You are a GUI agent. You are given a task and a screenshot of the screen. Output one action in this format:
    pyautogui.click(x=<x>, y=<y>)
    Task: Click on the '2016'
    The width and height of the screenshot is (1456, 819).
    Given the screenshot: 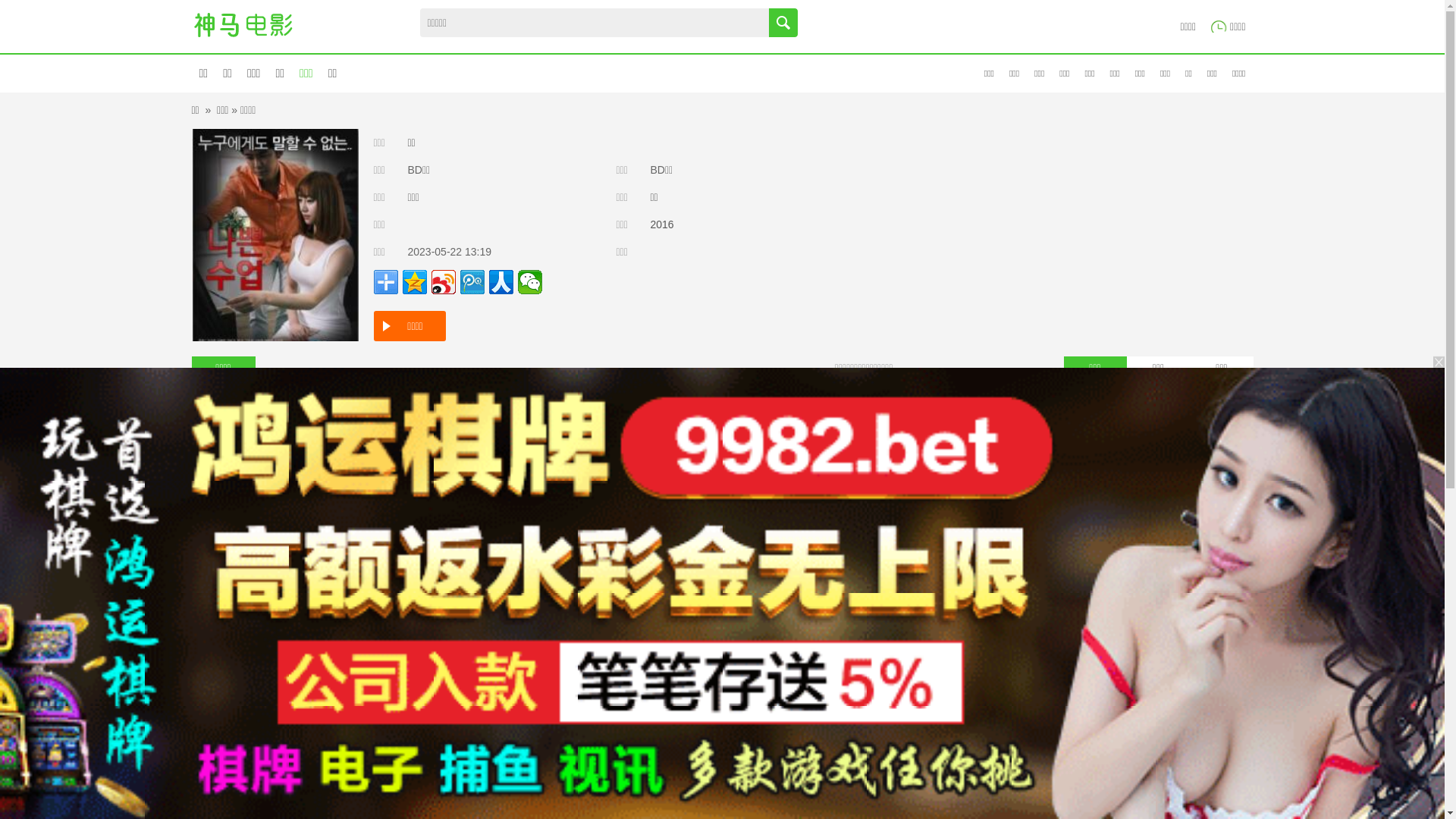 What is the action you would take?
    pyautogui.click(x=662, y=224)
    